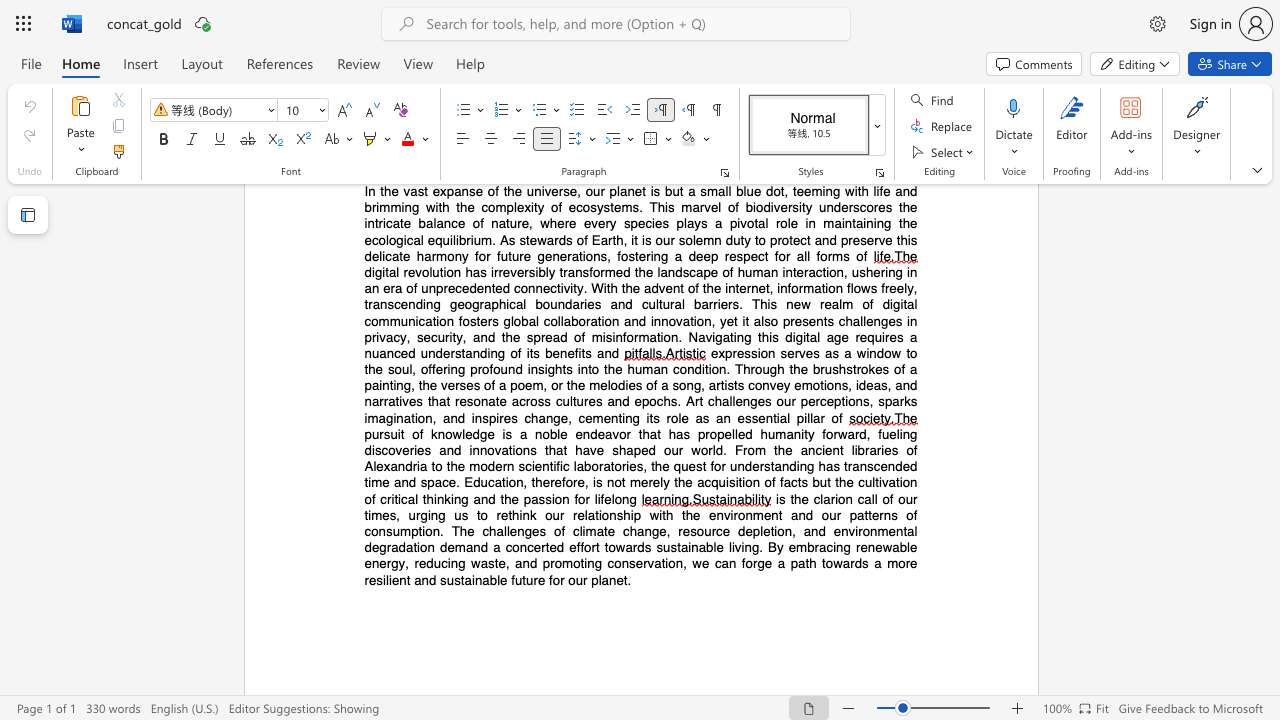  What do you see at coordinates (594, 401) in the screenshot?
I see `the subset text "s and epochs. Art chal" within the text "expression serves as a window to the soul, offering profound insights into the human condition. Through the brushstrokes of a painting, the verses of a poem, or the melodies of a song, artists convey emotions, ideas, and narratives that resonate across cultures and epochs. Art challenges our"` at bounding box center [594, 401].